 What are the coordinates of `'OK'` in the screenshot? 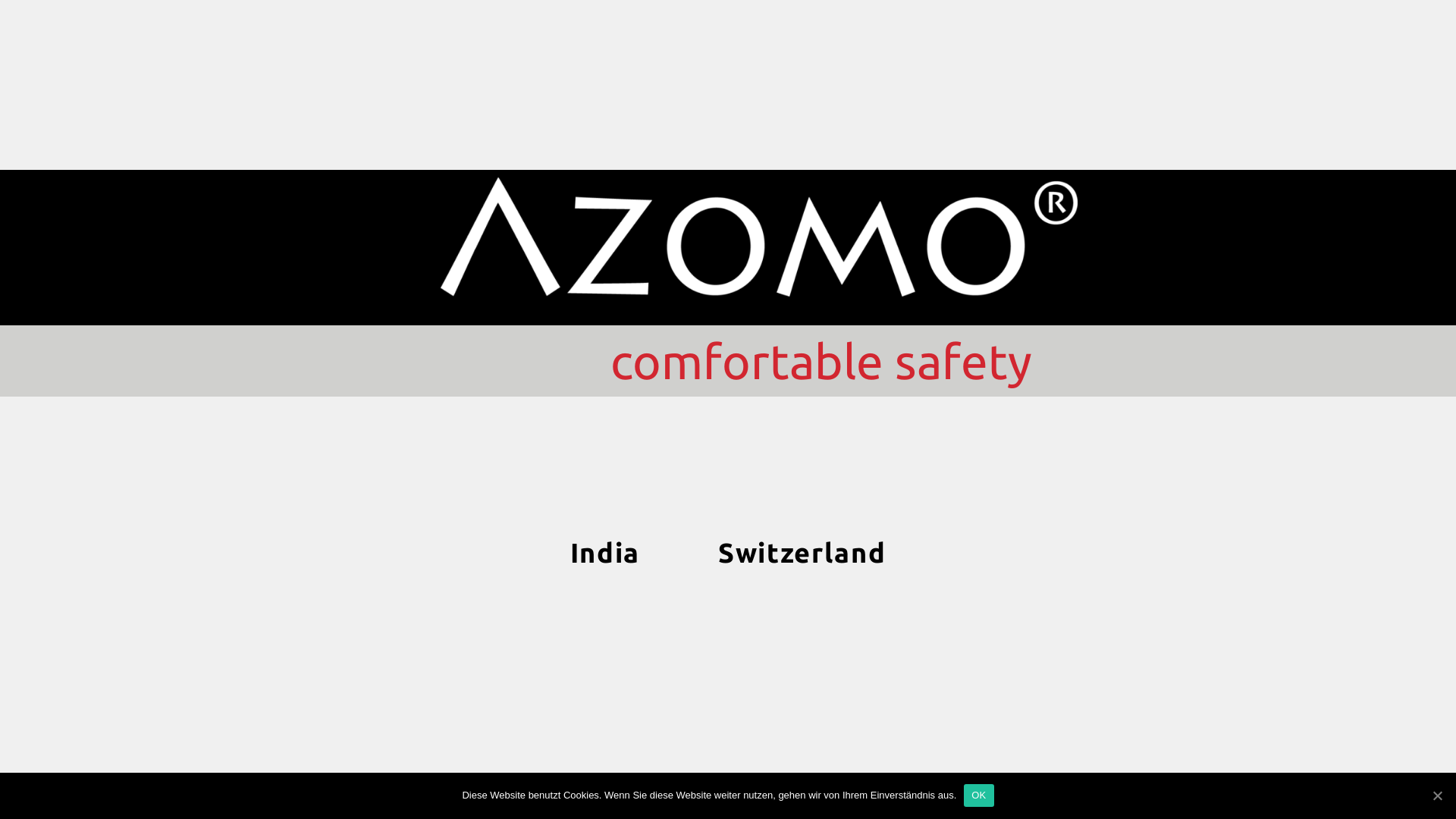 It's located at (978, 795).